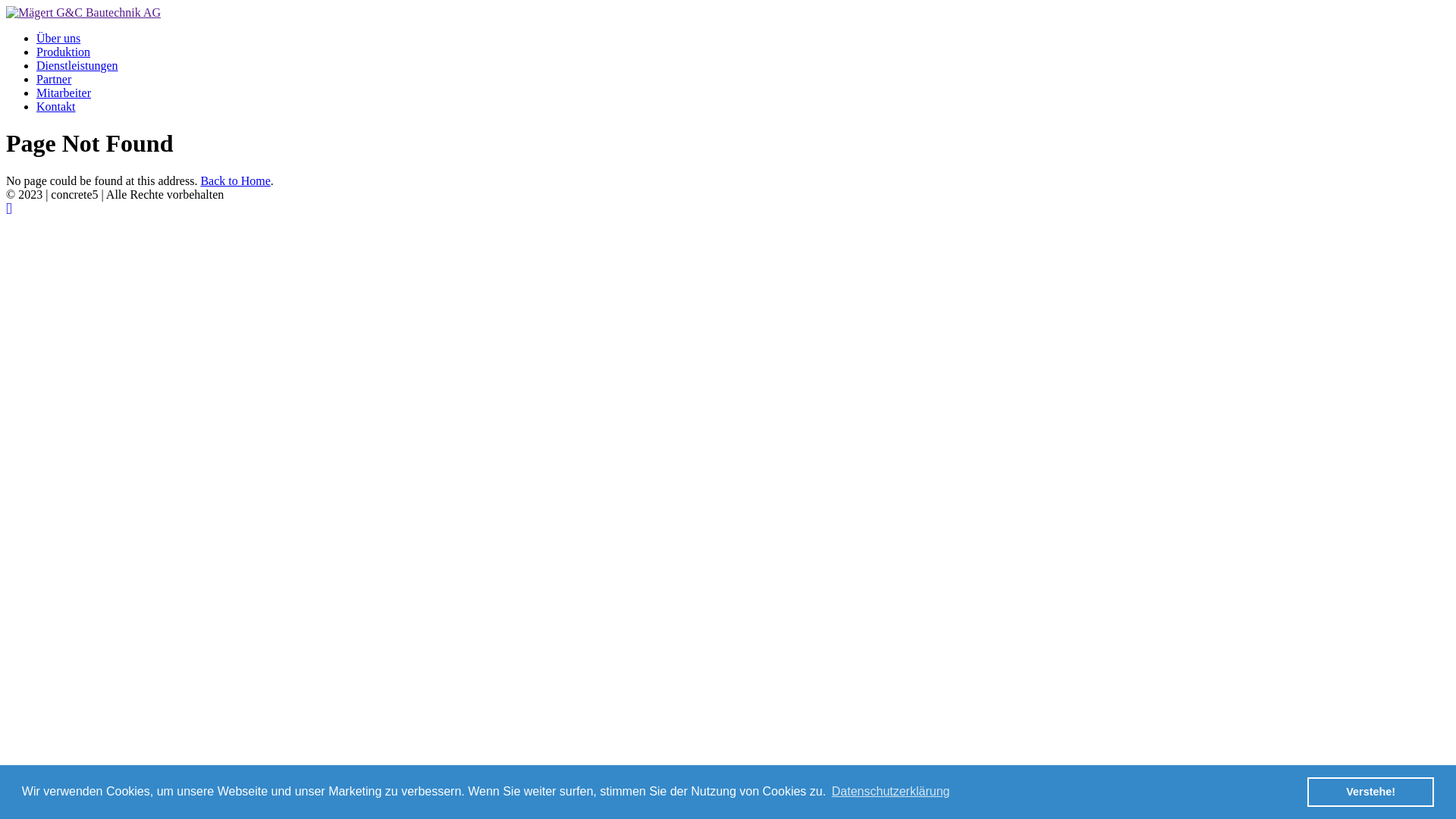 The width and height of the screenshot is (1456, 819). I want to click on 'Produktion', so click(62, 51).